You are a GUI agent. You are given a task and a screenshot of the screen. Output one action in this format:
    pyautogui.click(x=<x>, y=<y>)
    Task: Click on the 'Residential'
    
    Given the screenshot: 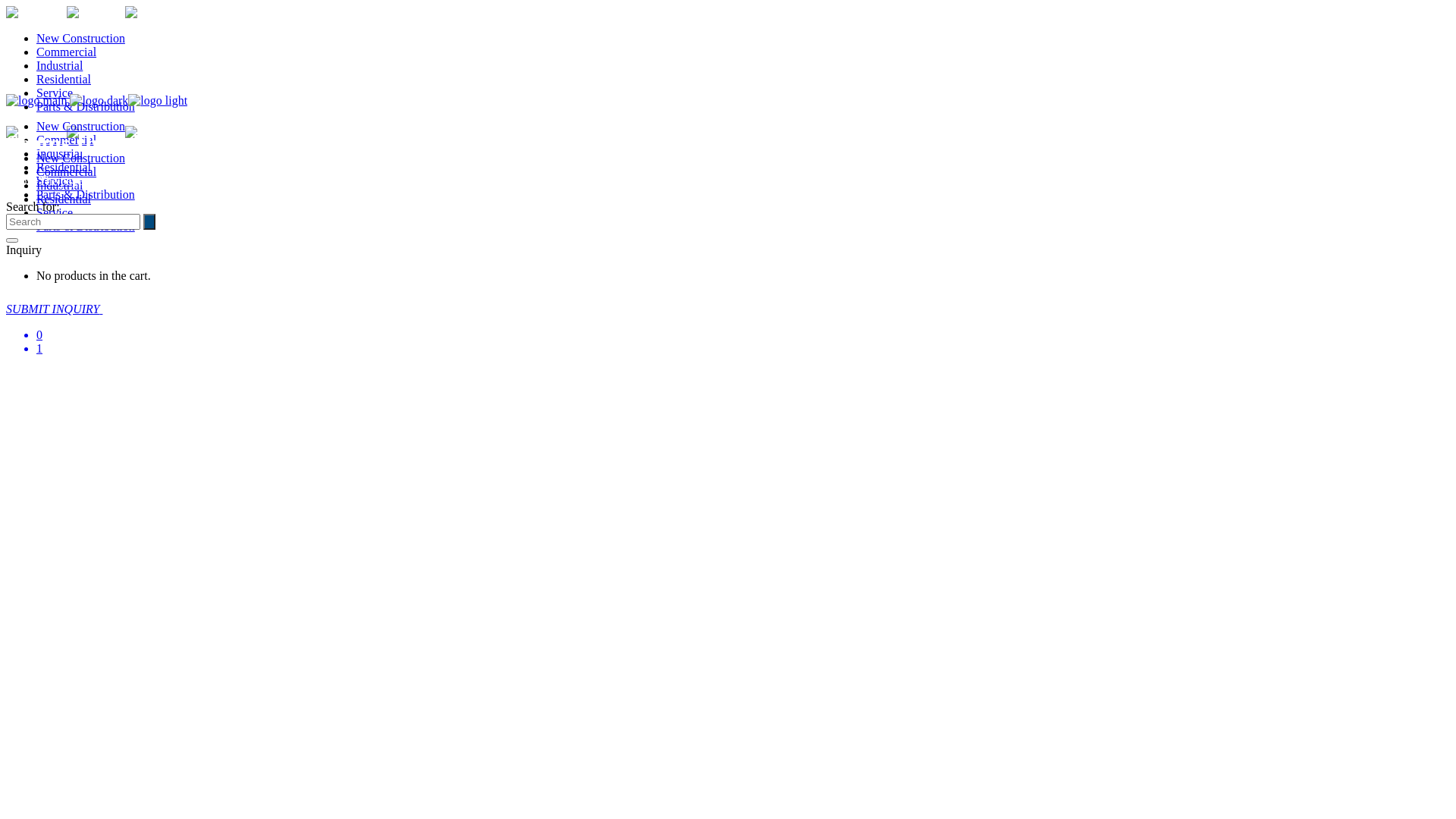 What is the action you would take?
    pyautogui.click(x=36, y=167)
    